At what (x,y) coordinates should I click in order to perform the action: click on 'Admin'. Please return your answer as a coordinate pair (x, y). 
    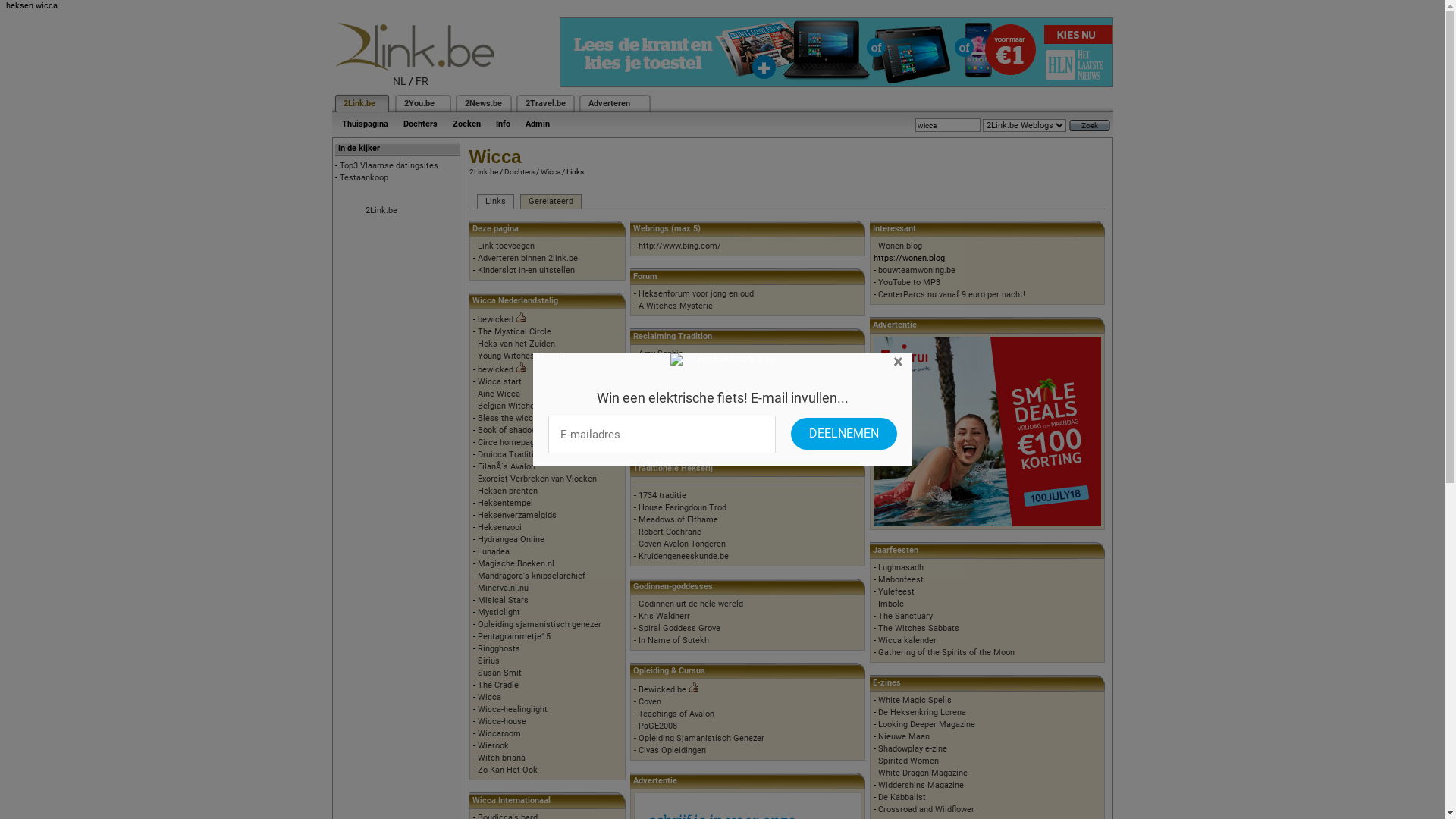
    Looking at the image, I should click on (537, 123).